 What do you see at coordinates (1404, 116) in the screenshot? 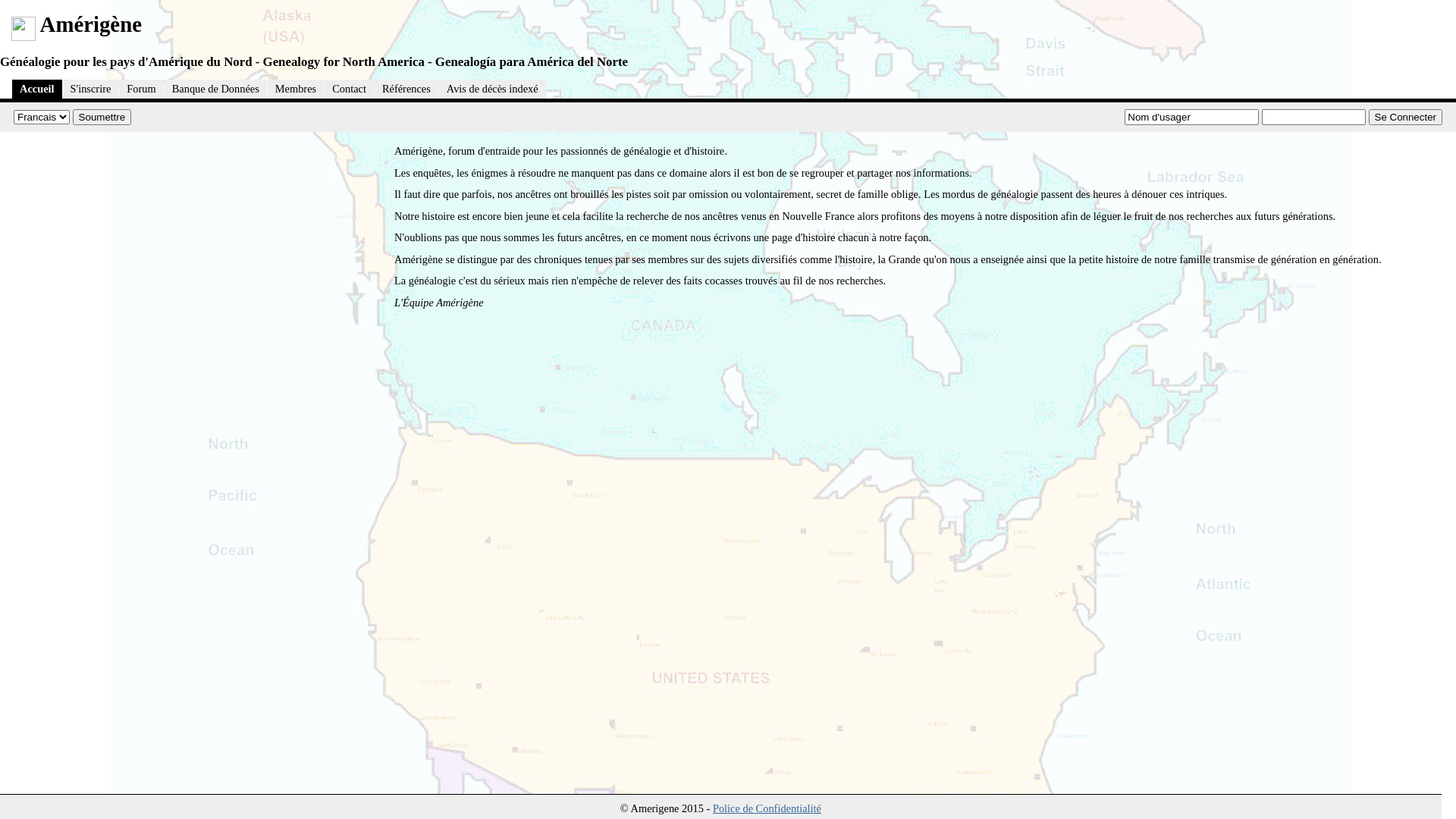
I see `'Se Connecter'` at bounding box center [1404, 116].